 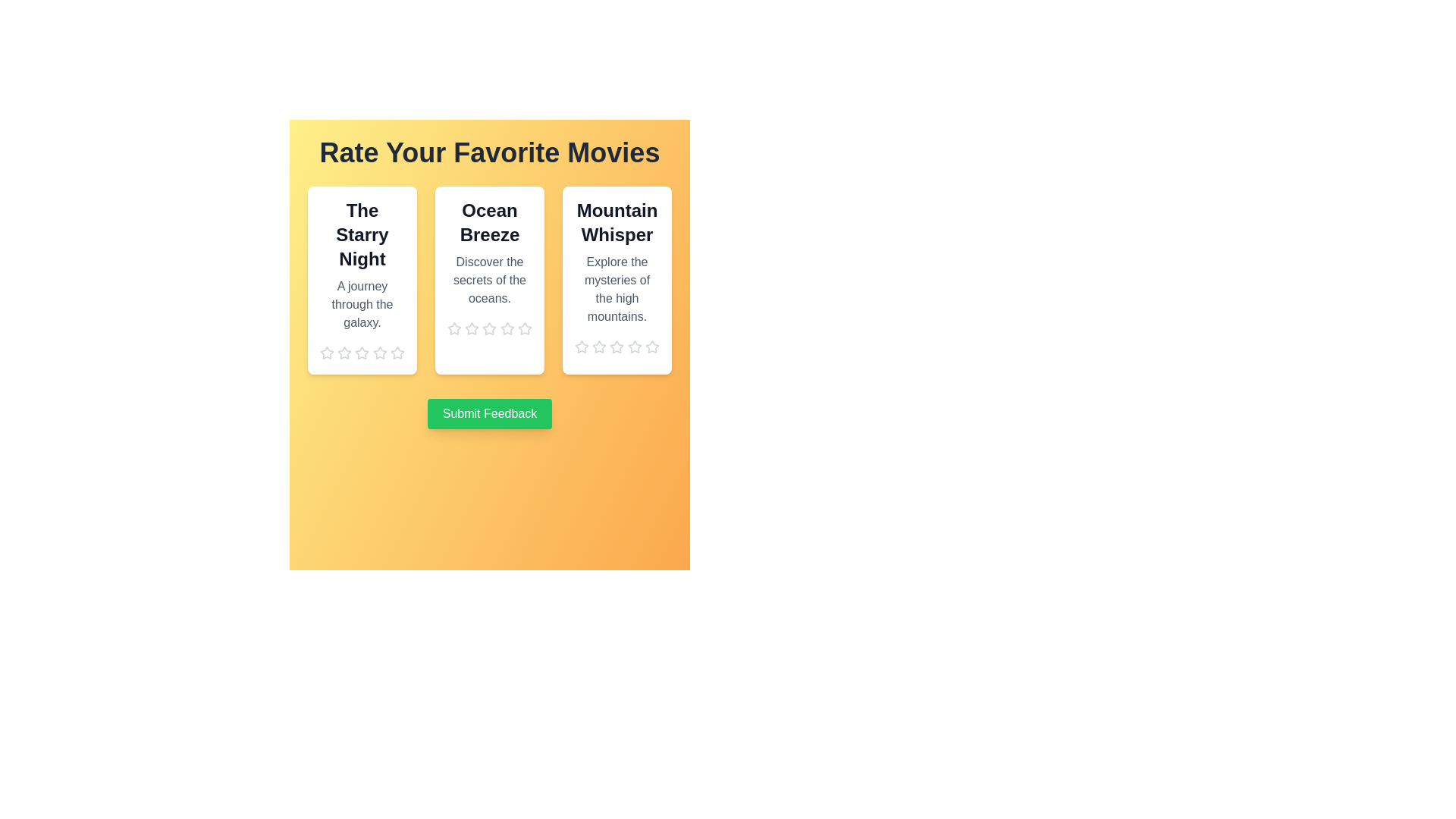 I want to click on 'Submit Feedback' button, so click(x=490, y=414).